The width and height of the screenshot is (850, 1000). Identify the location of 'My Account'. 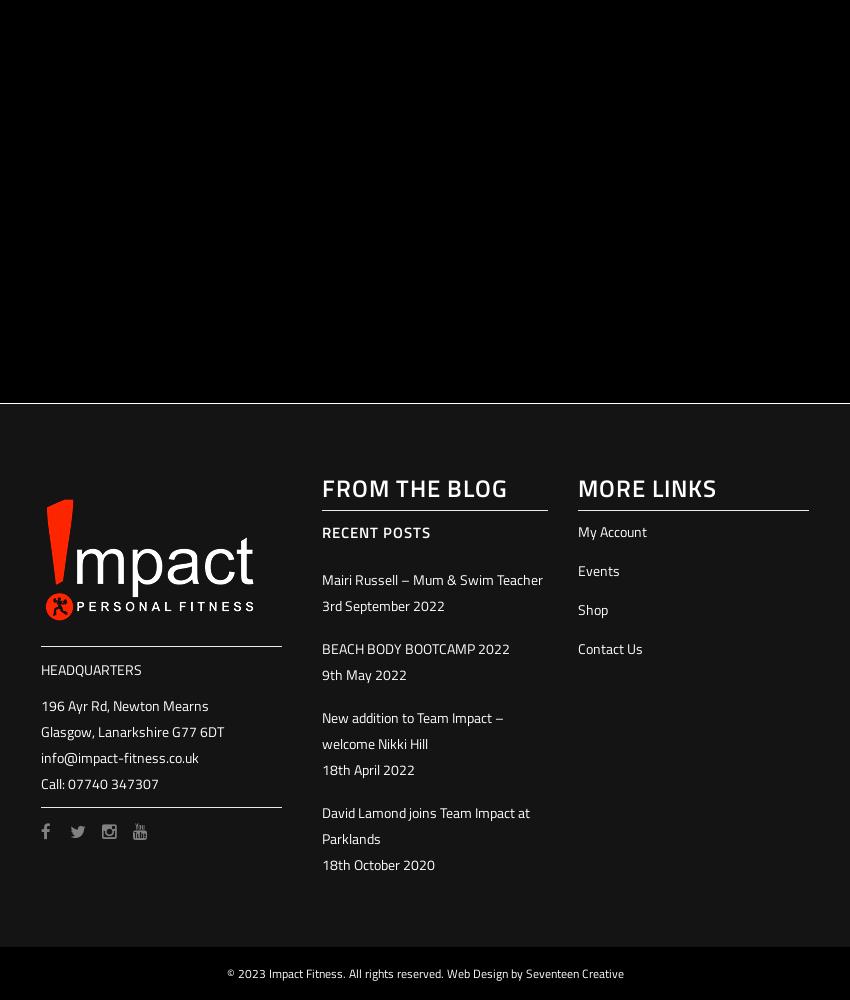
(576, 531).